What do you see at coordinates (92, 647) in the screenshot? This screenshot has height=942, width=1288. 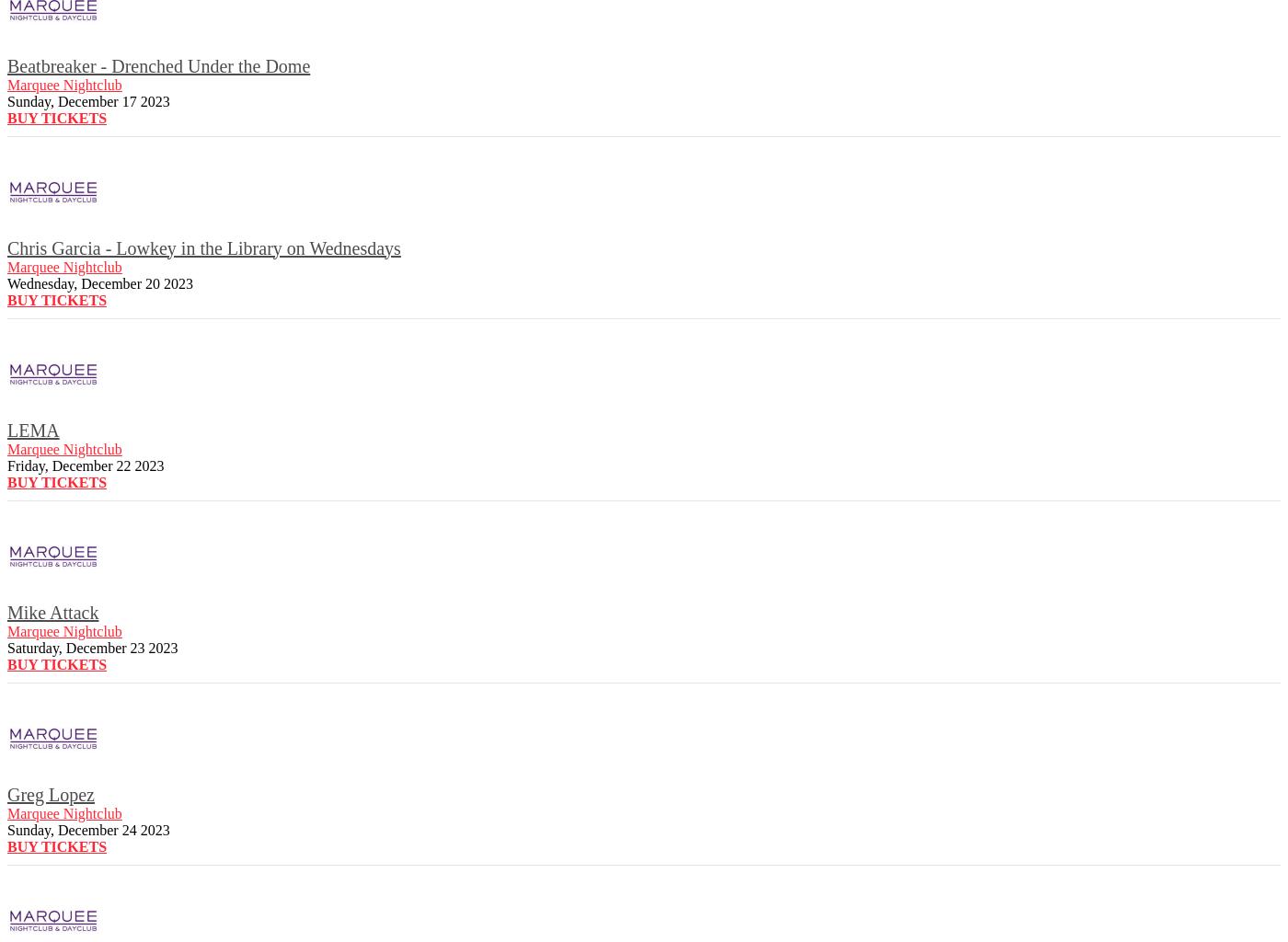 I see `'Saturday, December 23 2023'` at bounding box center [92, 647].